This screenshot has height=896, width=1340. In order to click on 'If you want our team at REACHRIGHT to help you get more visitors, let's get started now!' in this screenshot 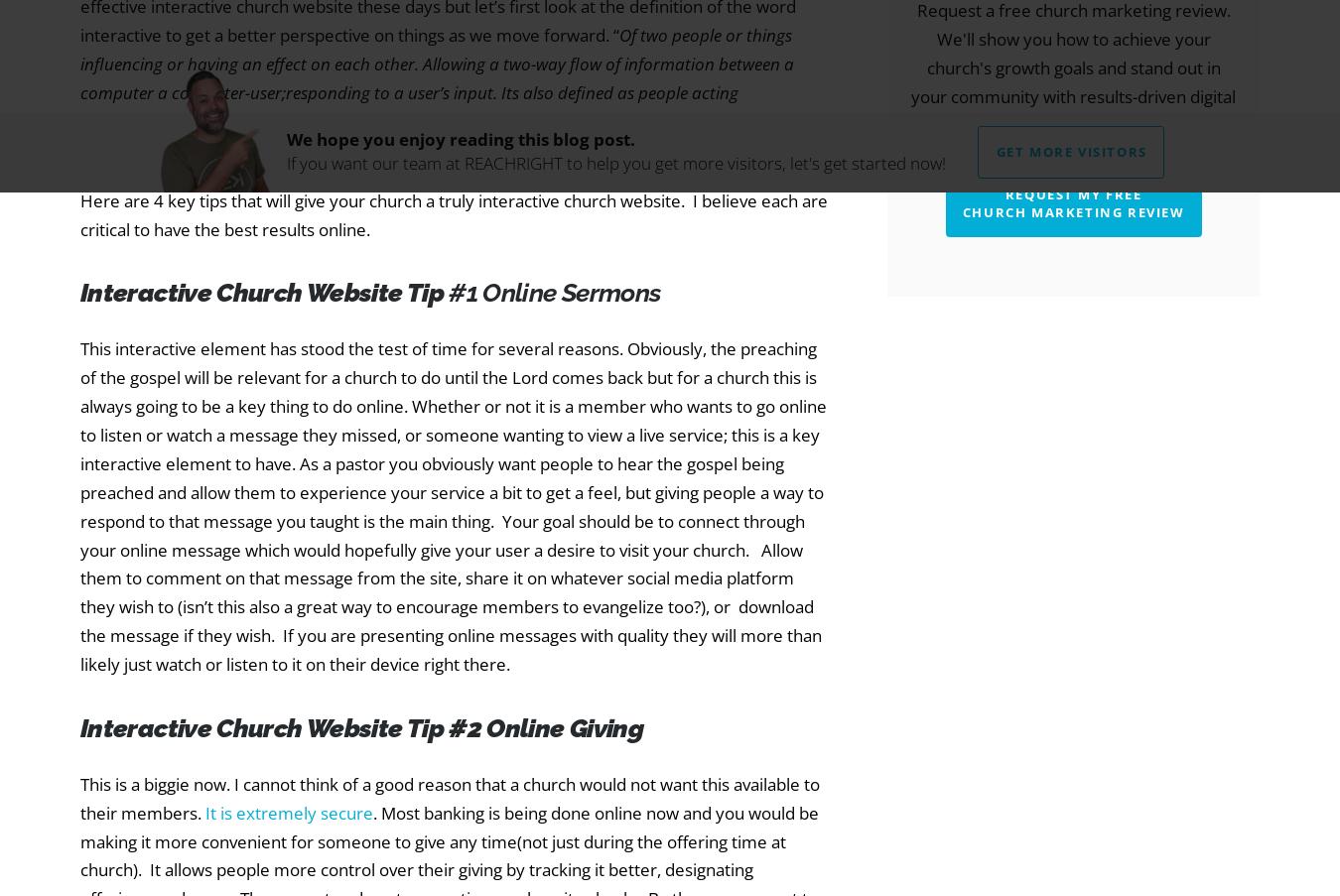, I will do `click(286, 162)`.